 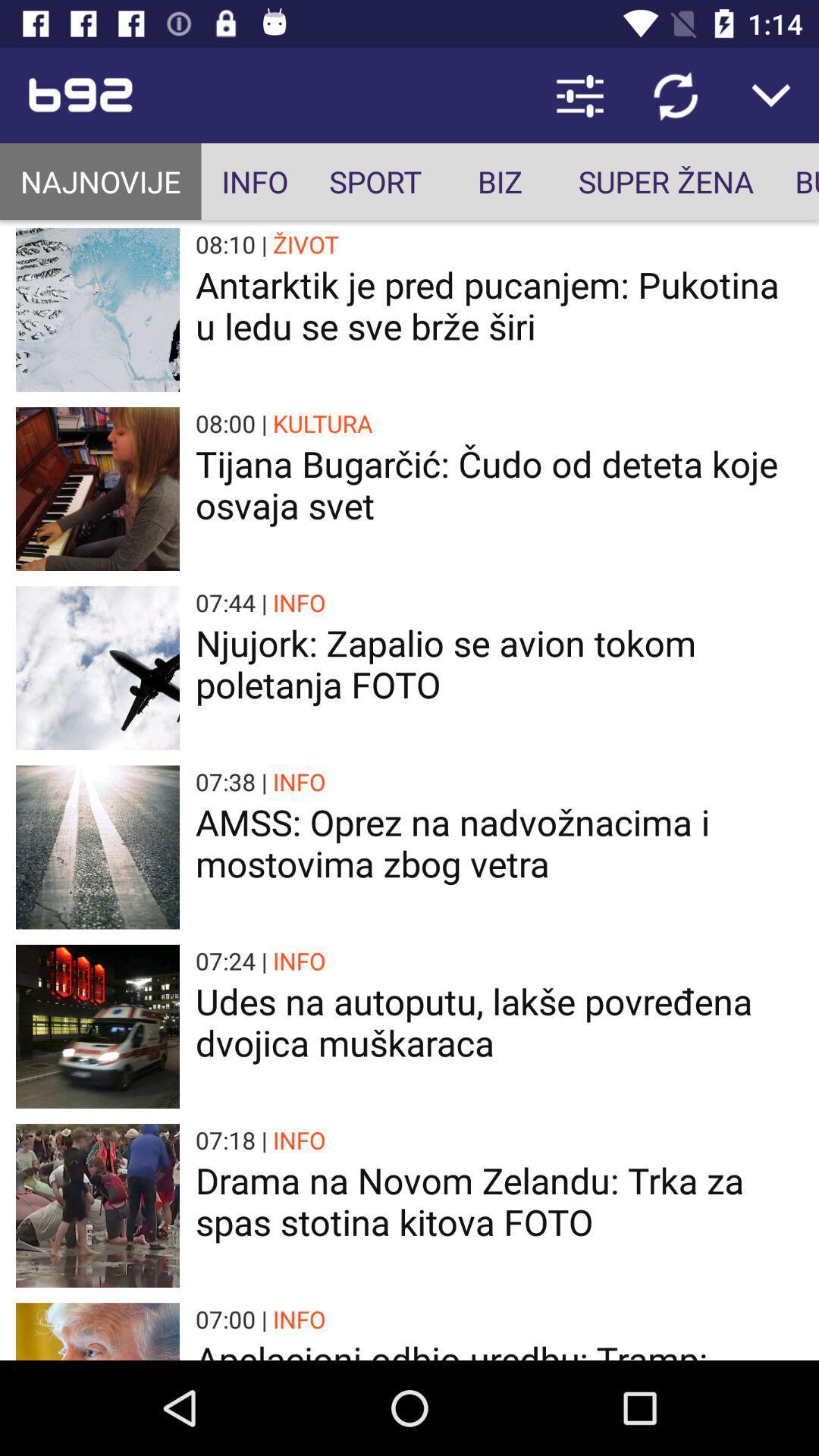 What do you see at coordinates (322, 423) in the screenshot?
I see `icon below the antarktik je pred` at bounding box center [322, 423].